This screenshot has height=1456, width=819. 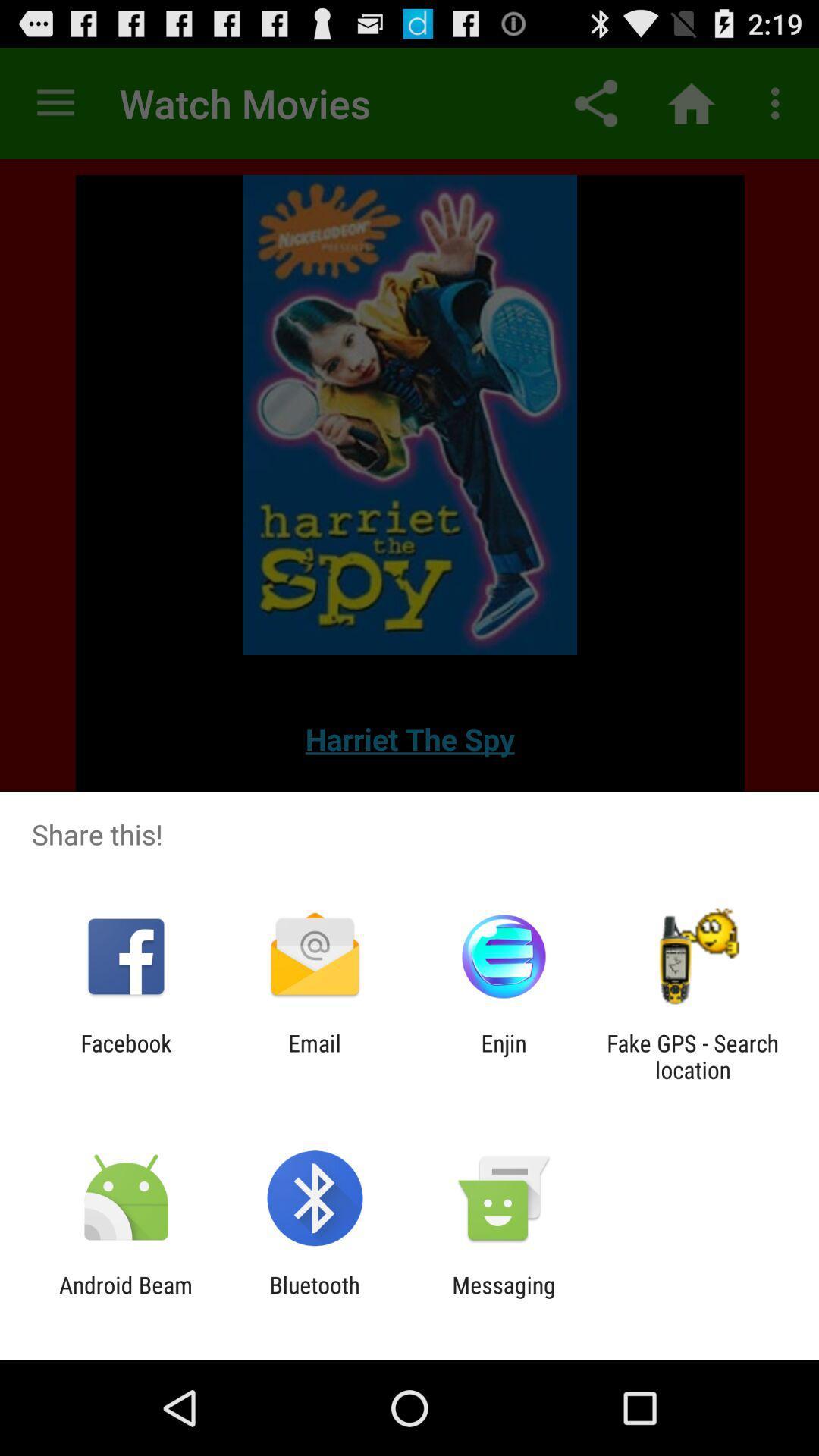 What do you see at coordinates (314, 1298) in the screenshot?
I see `icon next to messaging app` at bounding box center [314, 1298].